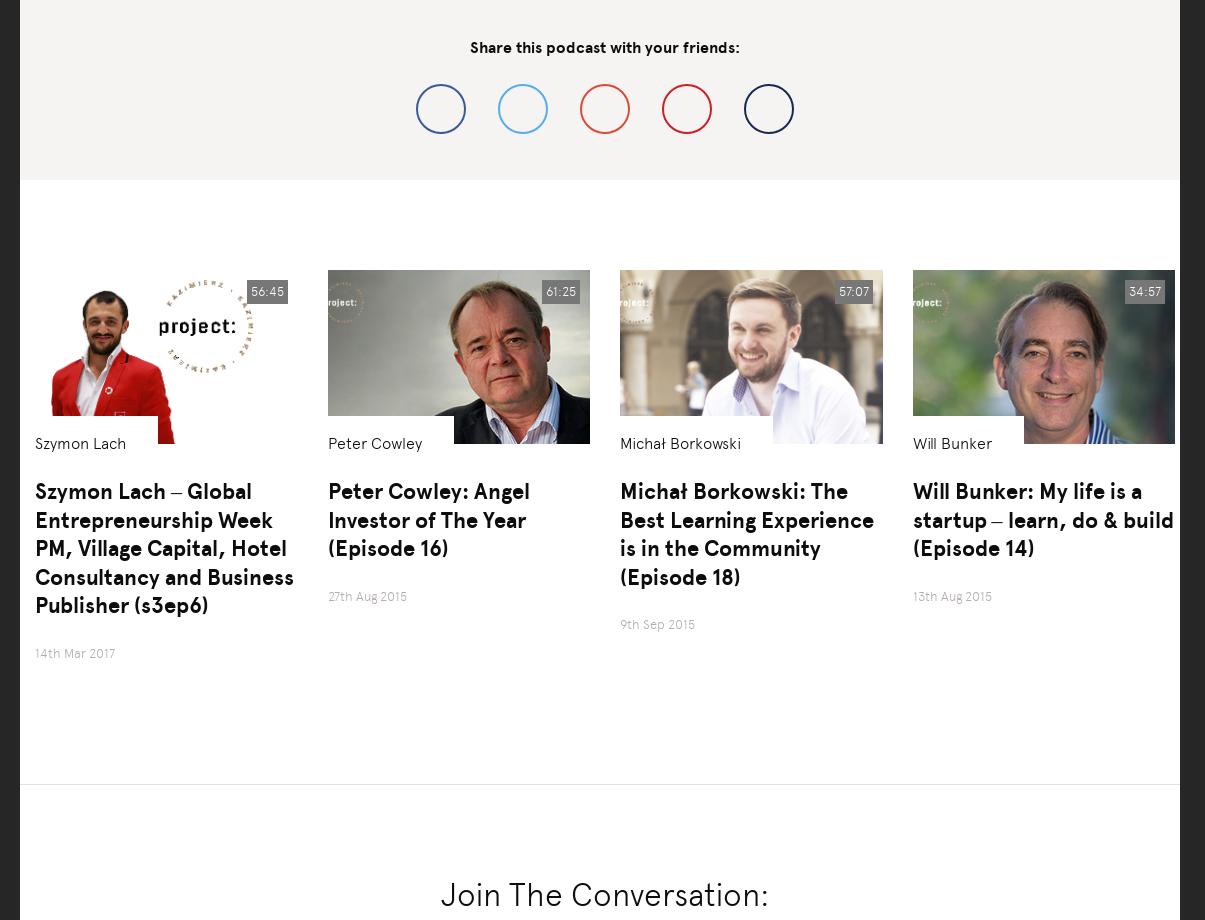 The width and height of the screenshot is (1205, 920). What do you see at coordinates (163, 548) in the screenshot?
I see `'Szymon Lach – Global Entrepreneurship Week PM, Village Capital, Hotel Consultancy and Business Publisher (s3ep6)'` at bounding box center [163, 548].